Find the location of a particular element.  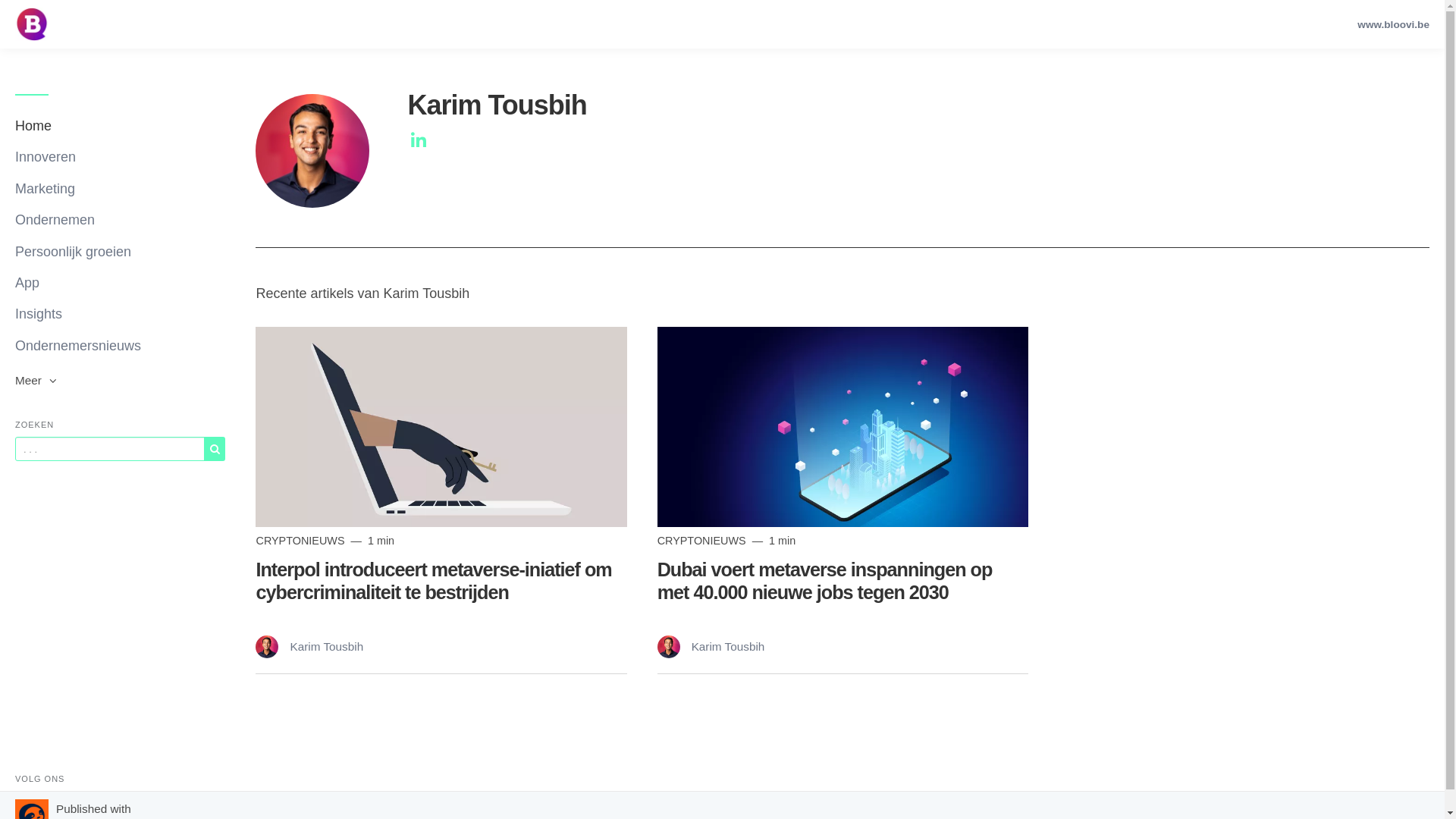

'Innoveren' is located at coordinates (14, 157).